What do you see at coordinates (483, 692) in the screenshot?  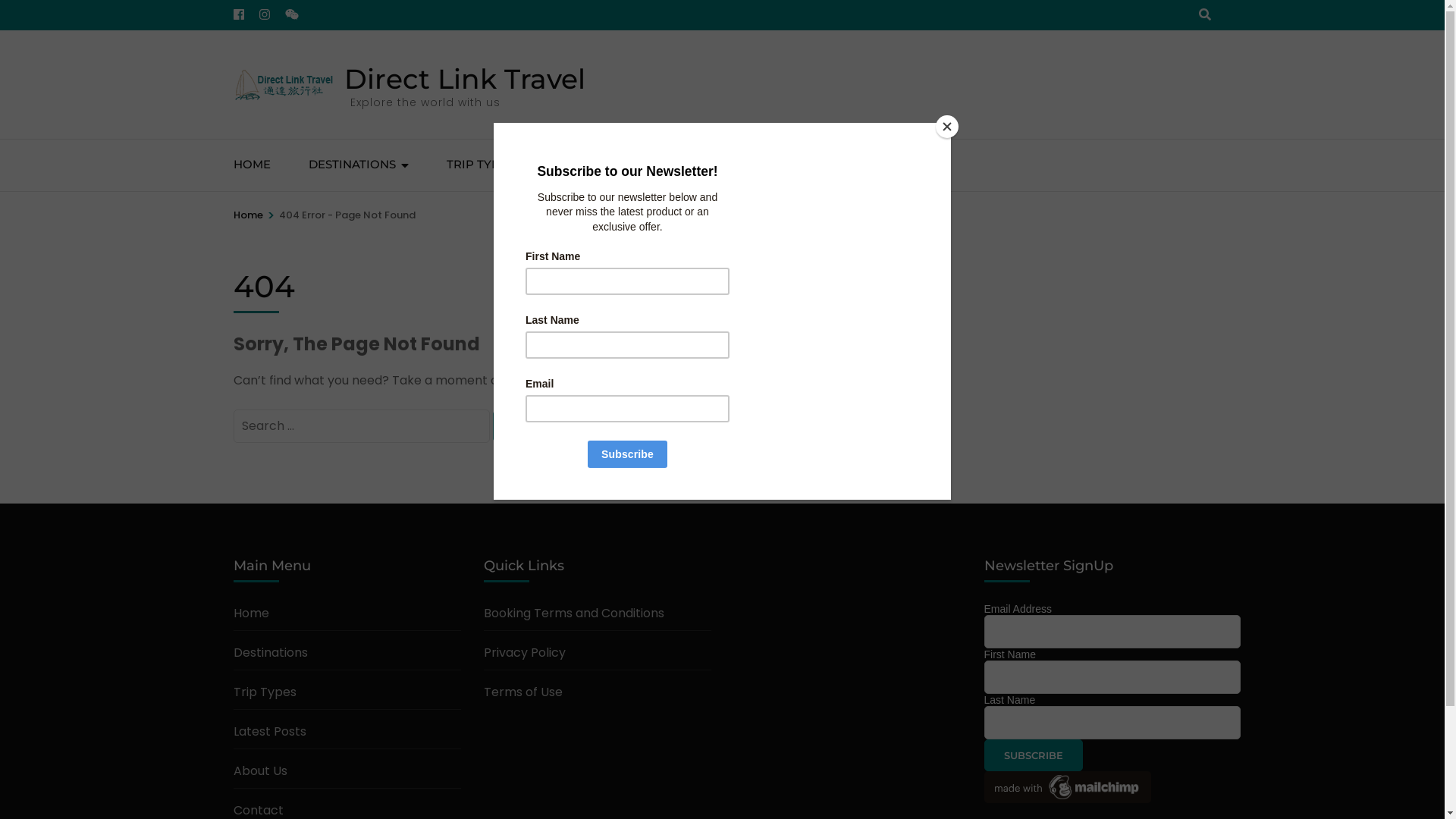 I see `'Terms of Use'` at bounding box center [483, 692].